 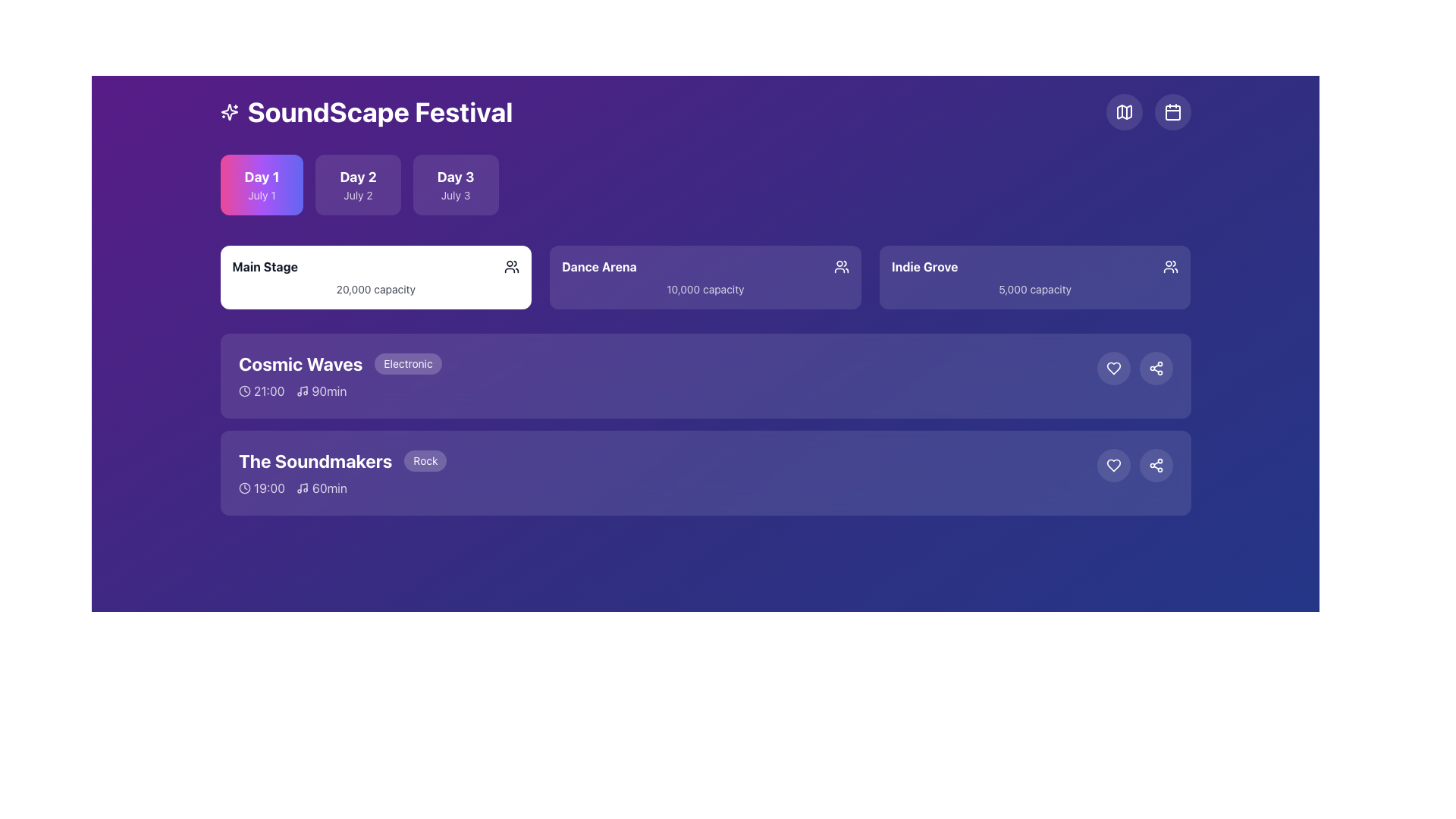 What do you see at coordinates (228, 111) in the screenshot?
I see `the decorative icon located at the top-left corner of the interface, adjacent to the 'SoundScape Festival' heading` at bounding box center [228, 111].